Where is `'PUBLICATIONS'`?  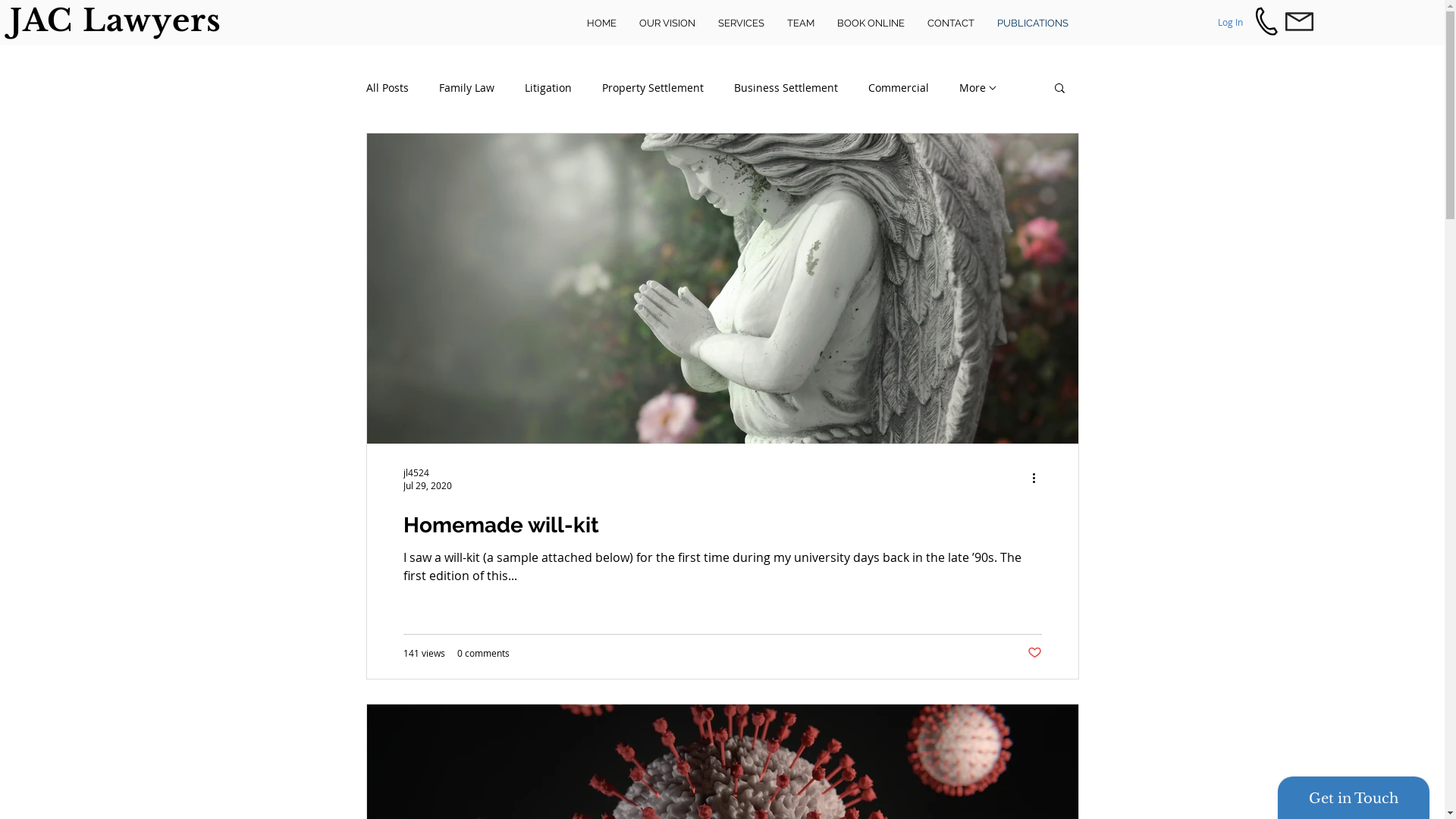 'PUBLICATIONS' is located at coordinates (986, 23).